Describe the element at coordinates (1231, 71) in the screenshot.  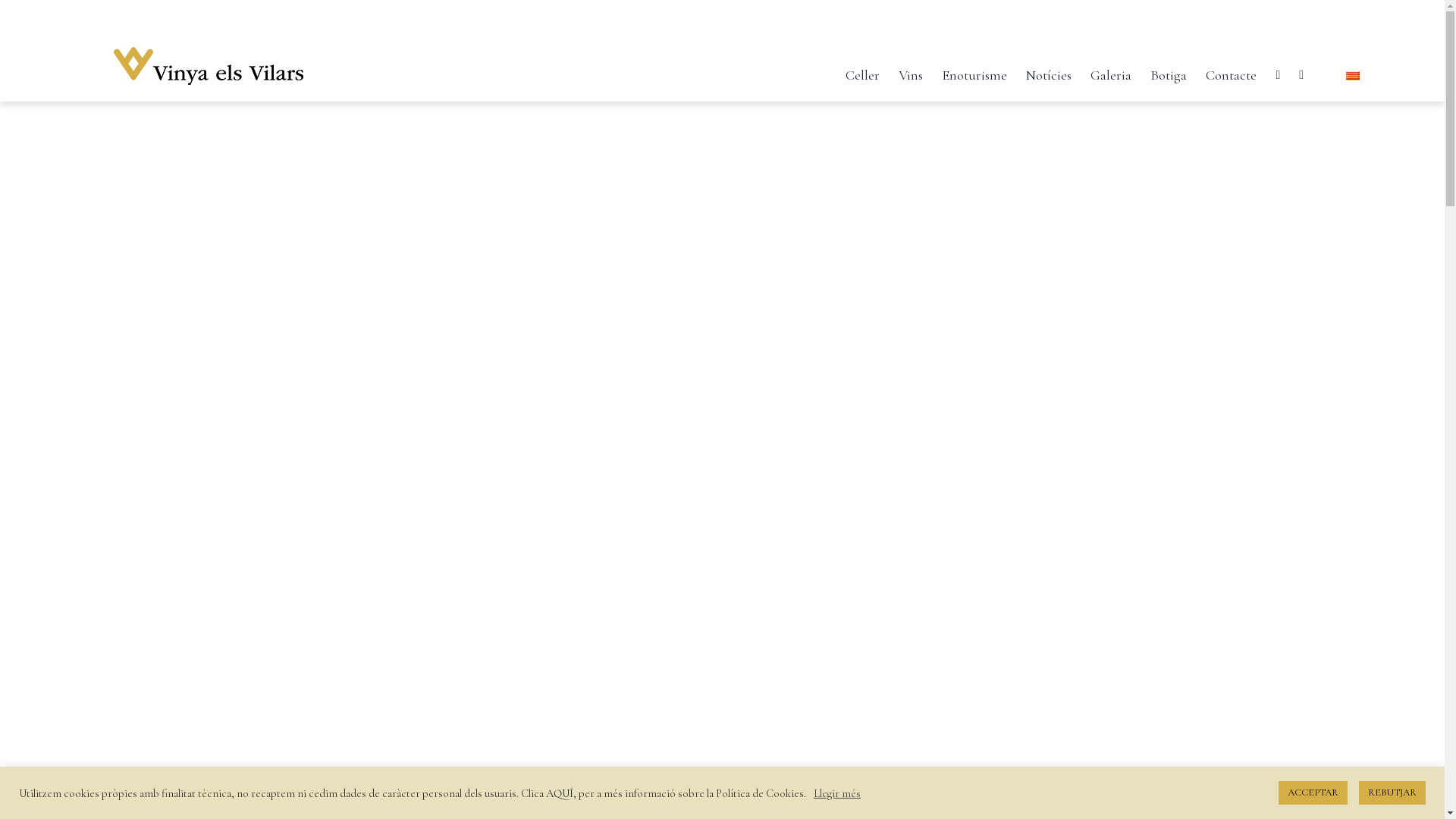
I see `'Contacte'` at that location.